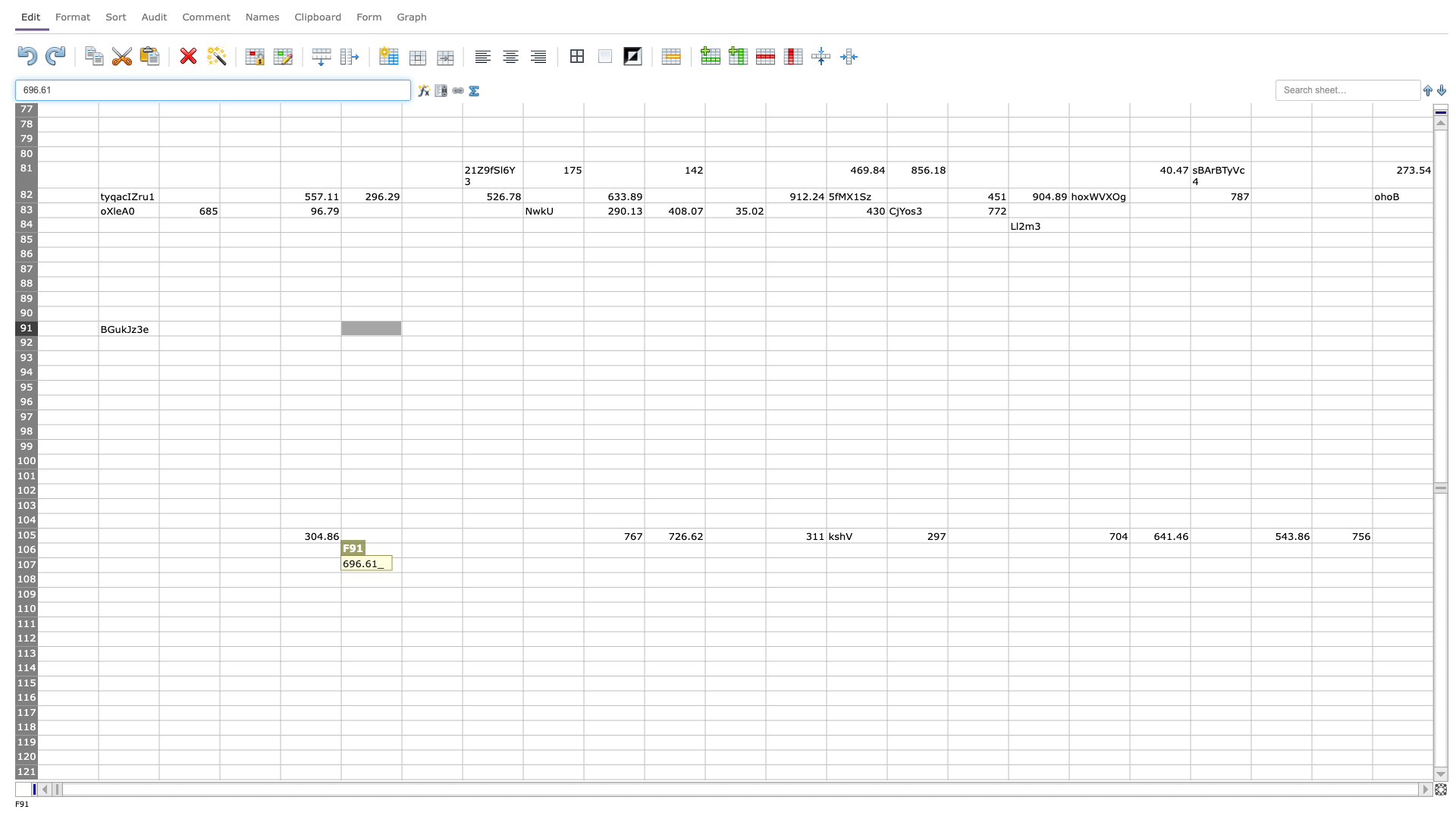 Image resolution: width=1456 pixels, height=819 pixels. What do you see at coordinates (461, 565) in the screenshot?
I see `right border at column G row 107` at bounding box center [461, 565].